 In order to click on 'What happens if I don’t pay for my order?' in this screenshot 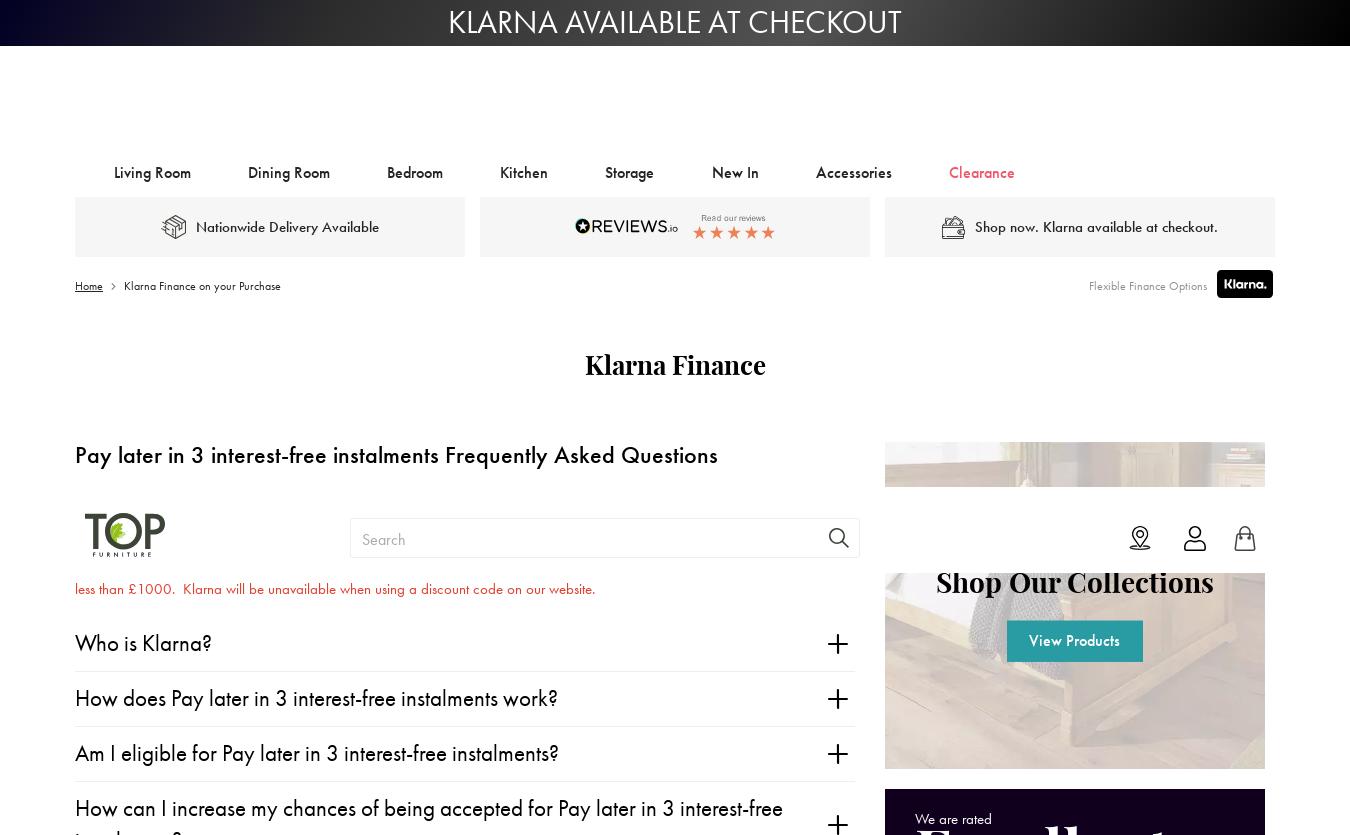, I will do `click(261, 665)`.